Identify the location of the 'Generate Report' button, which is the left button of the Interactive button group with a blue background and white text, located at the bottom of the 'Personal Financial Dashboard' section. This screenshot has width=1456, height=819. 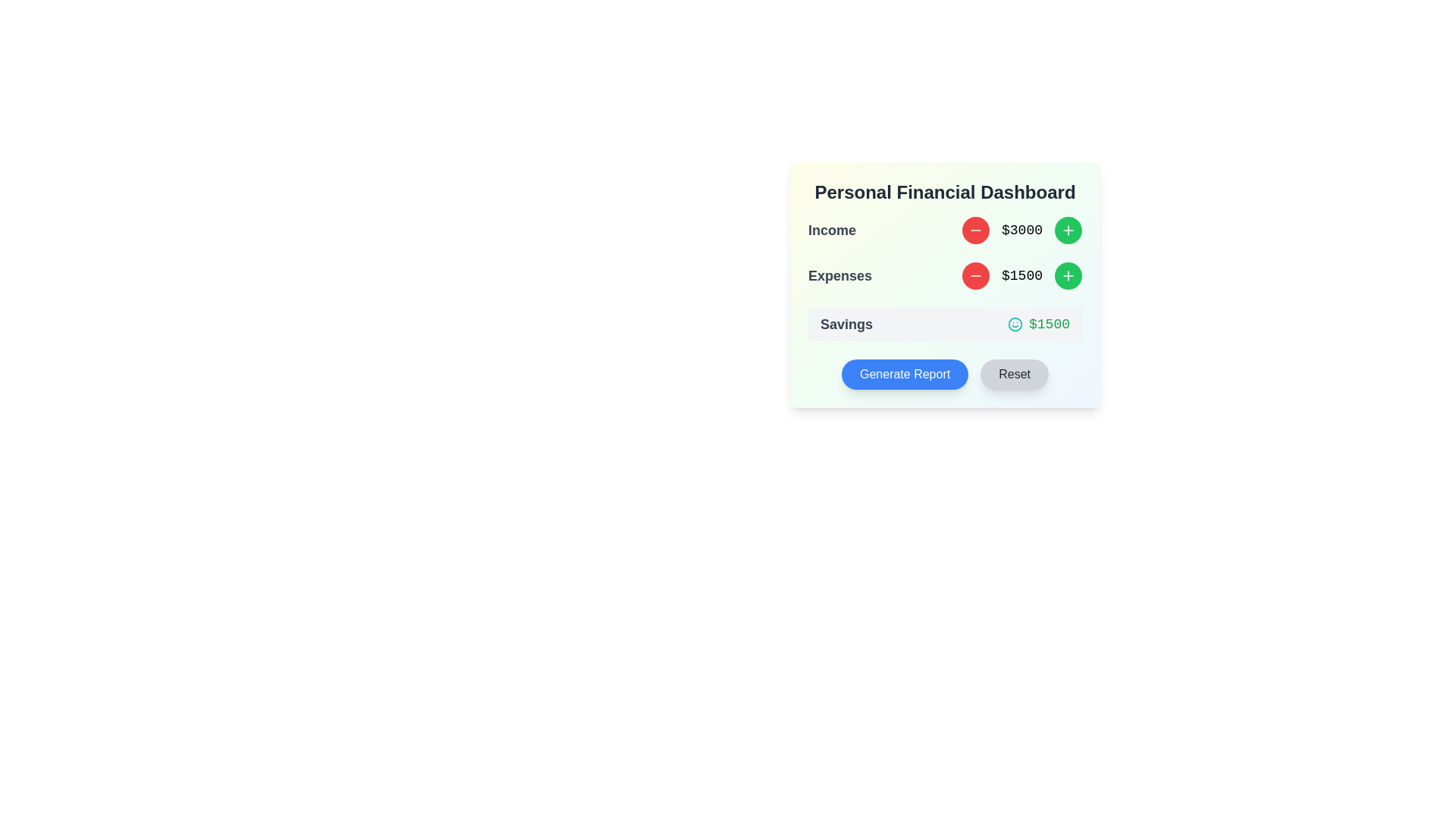
(944, 374).